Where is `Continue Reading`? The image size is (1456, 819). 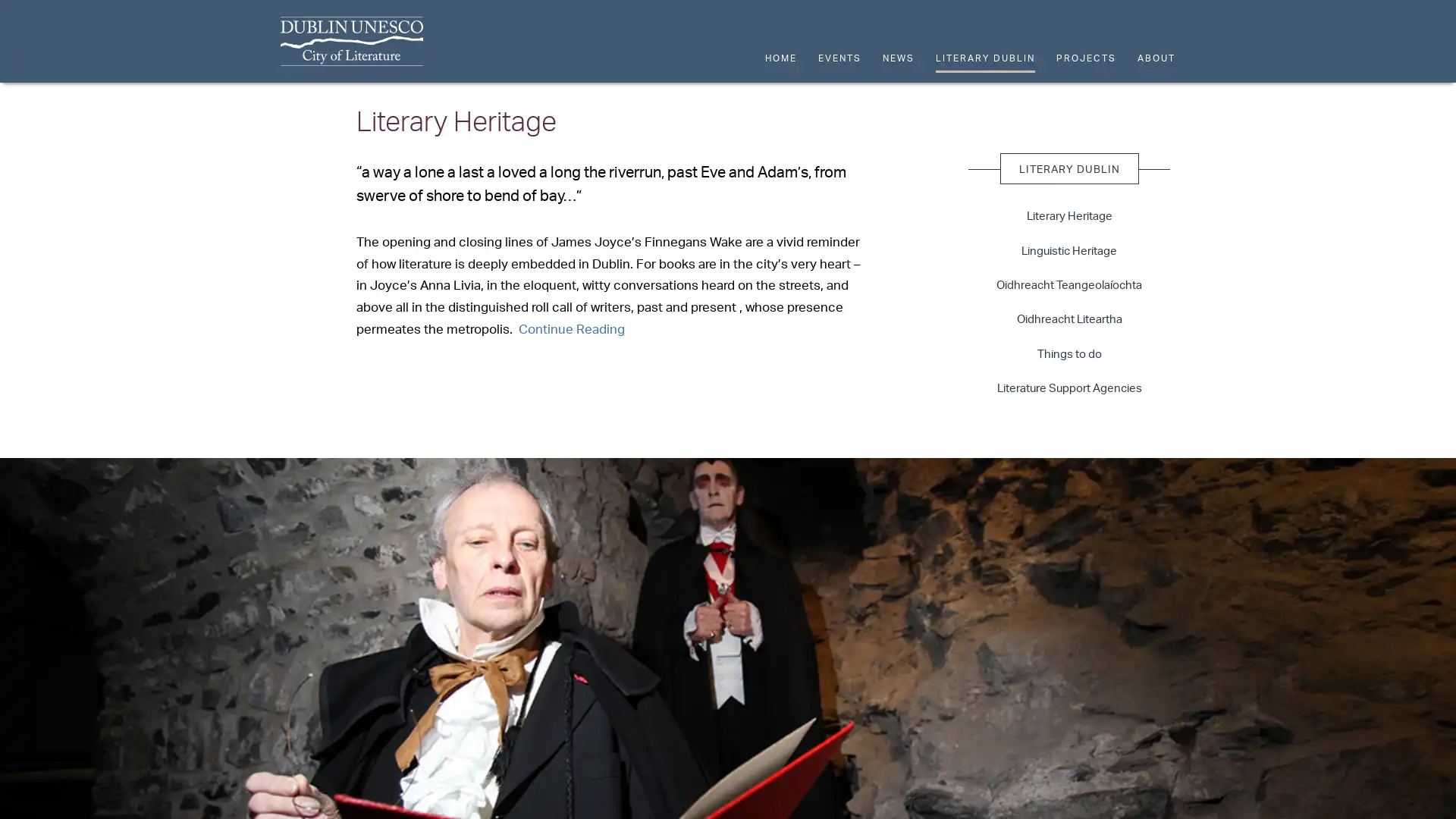
Continue Reading is located at coordinates (570, 327).